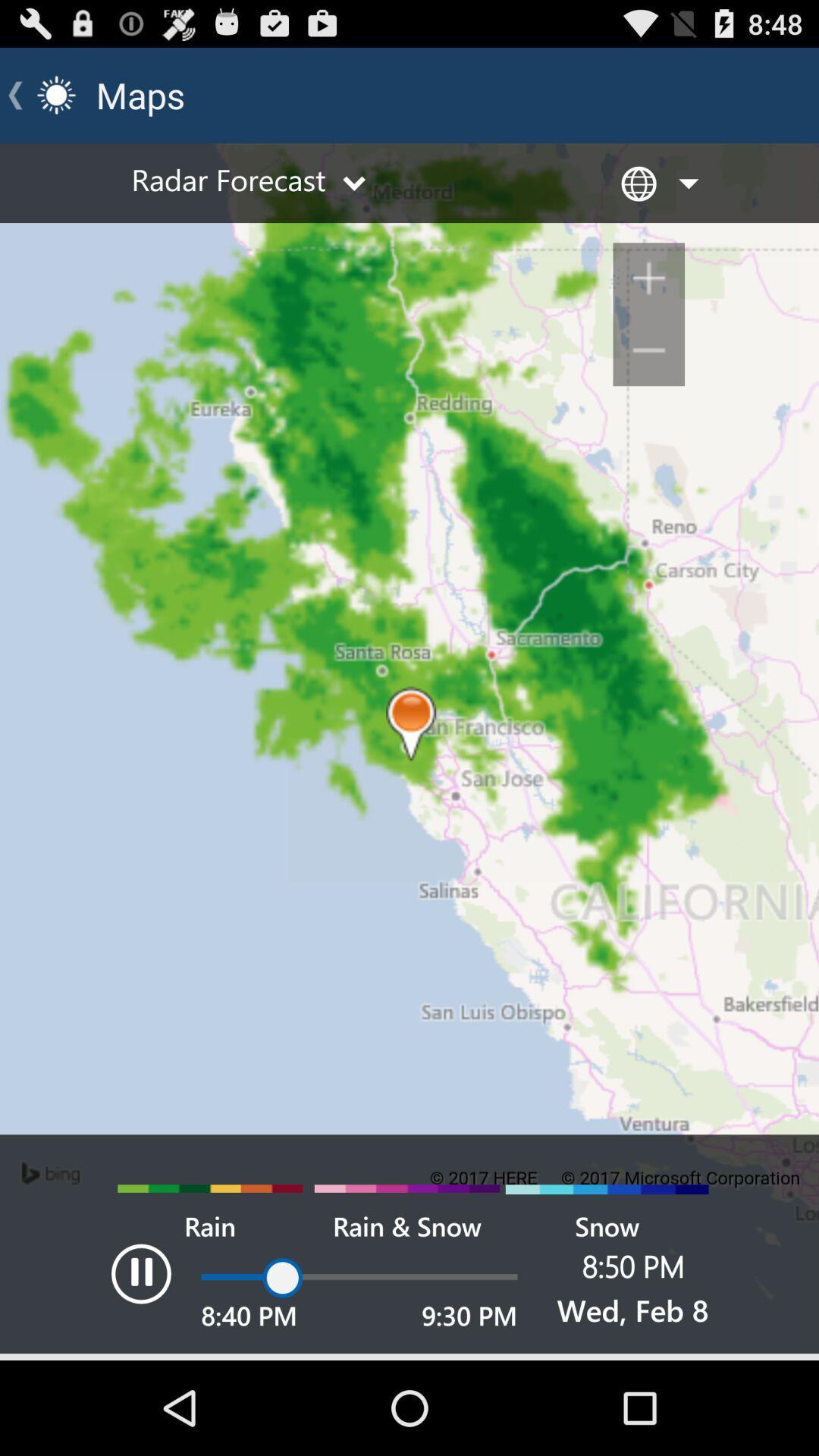 The image size is (819, 1456). Describe the element at coordinates (409, 752) in the screenshot. I see `forecast panel` at that location.